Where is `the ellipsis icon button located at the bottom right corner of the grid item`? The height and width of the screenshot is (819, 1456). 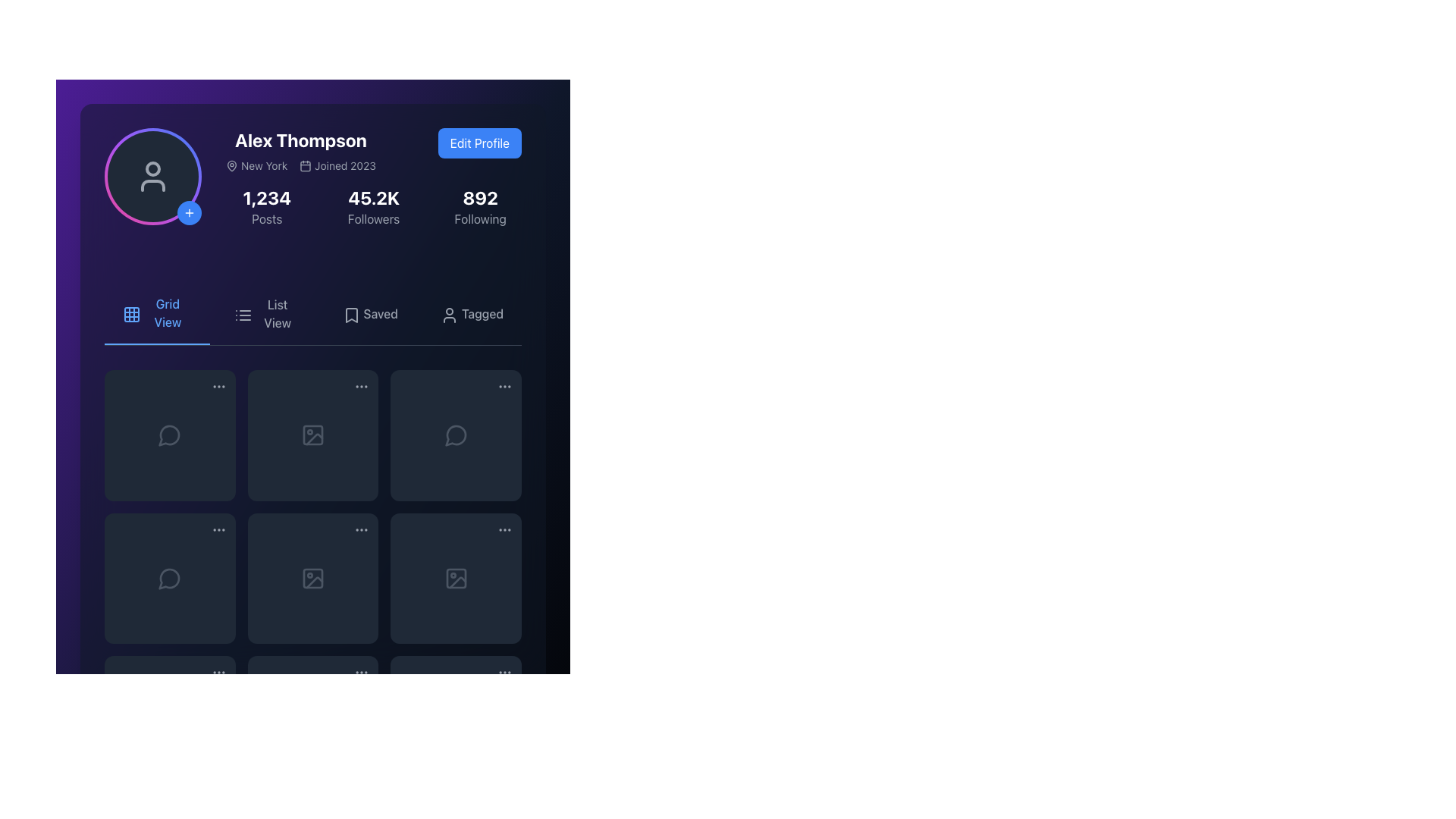 the ellipsis icon button located at the bottom right corner of the grid item is located at coordinates (361, 529).